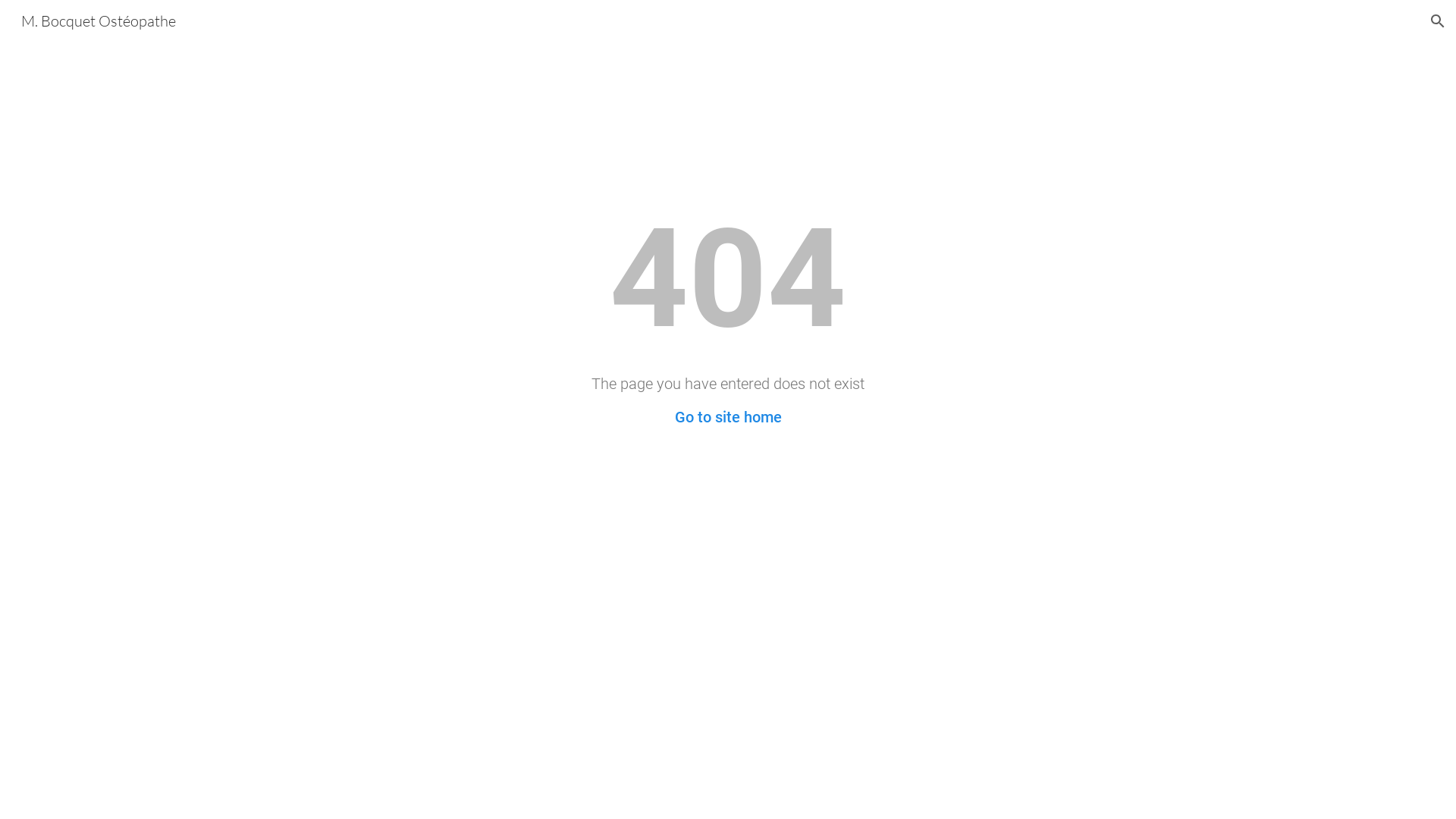 Image resolution: width=1456 pixels, height=819 pixels. I want to click on 'Go to site home', so click(728, 417).